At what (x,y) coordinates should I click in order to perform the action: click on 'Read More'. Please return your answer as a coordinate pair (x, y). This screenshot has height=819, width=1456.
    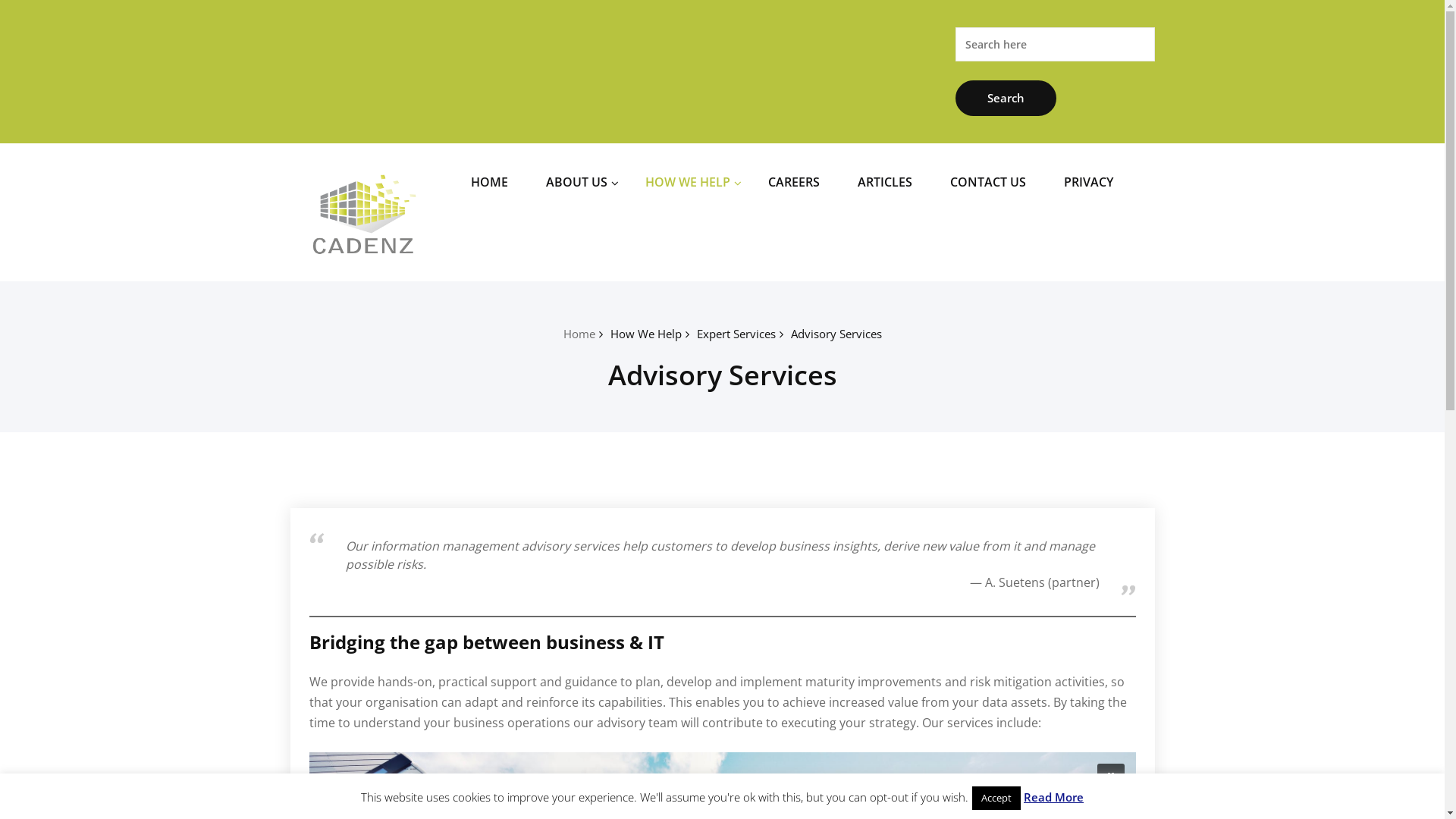
    Looking at the image, I should click on (1053, 795).